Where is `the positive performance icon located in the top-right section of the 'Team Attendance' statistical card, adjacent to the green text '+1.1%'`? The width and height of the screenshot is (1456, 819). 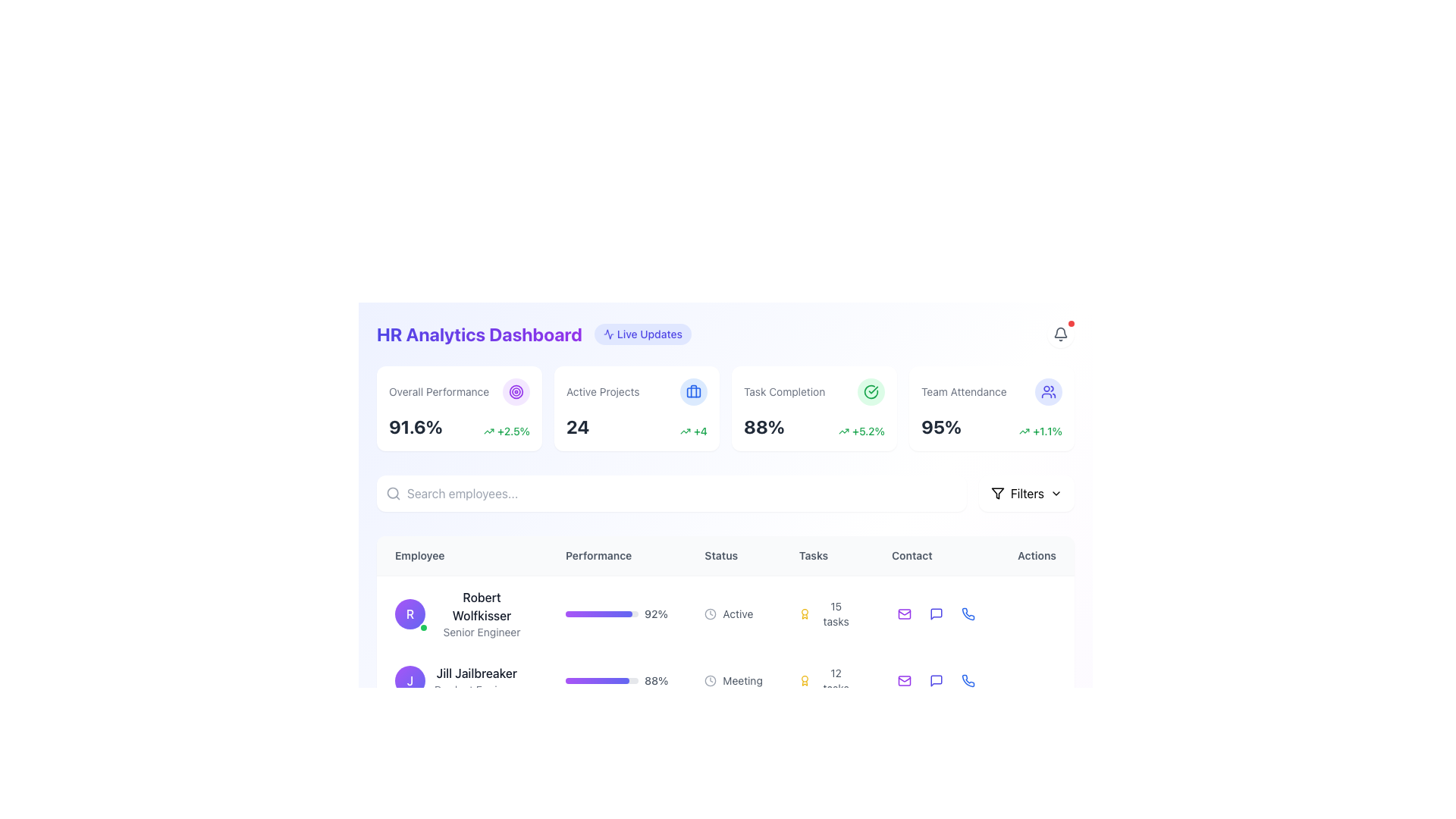
the positive performance icon located in the top-right section of the 'Team Attendance' statistical card, adjacent to the green text '+1.1%' is located at coordinates (1025, 431).